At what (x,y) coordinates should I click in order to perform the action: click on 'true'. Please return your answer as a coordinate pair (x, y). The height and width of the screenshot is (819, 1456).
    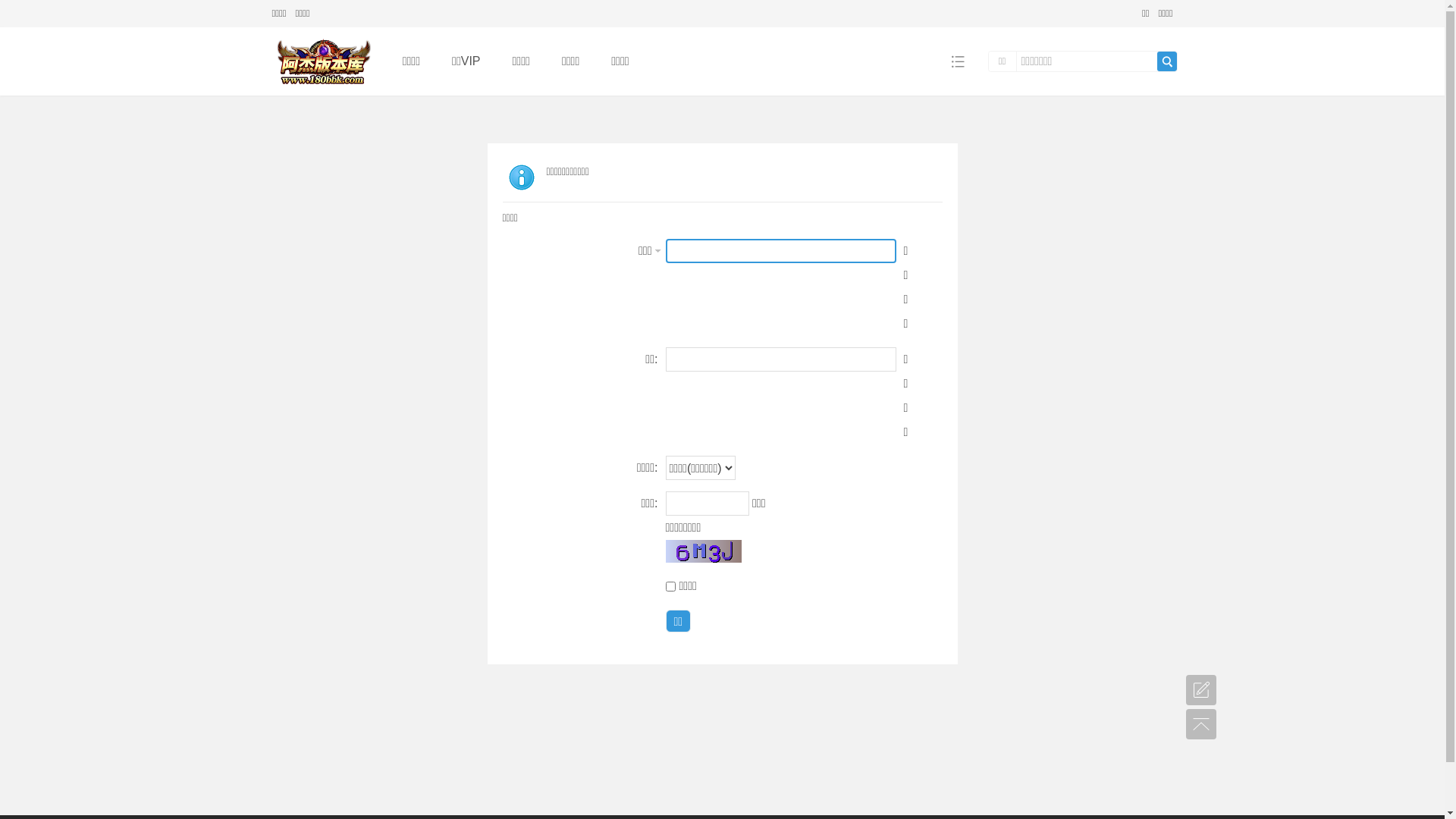
    Looking at the image, I should click on (1166, 61).